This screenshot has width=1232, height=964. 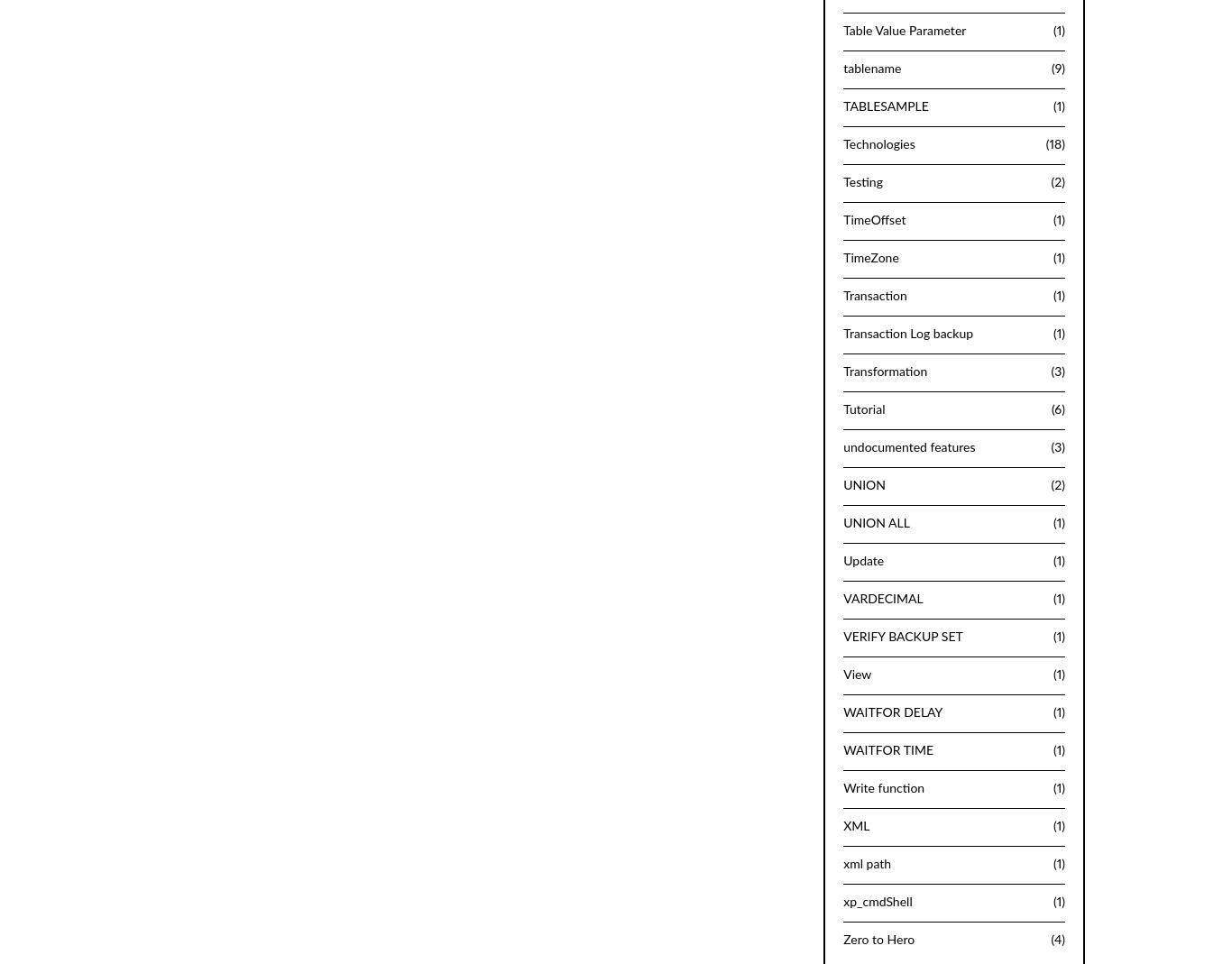 What do you see at coordinates (1051, 409) in the screenshot?
I see `'(6)'` at bounding box center [1051, 409].